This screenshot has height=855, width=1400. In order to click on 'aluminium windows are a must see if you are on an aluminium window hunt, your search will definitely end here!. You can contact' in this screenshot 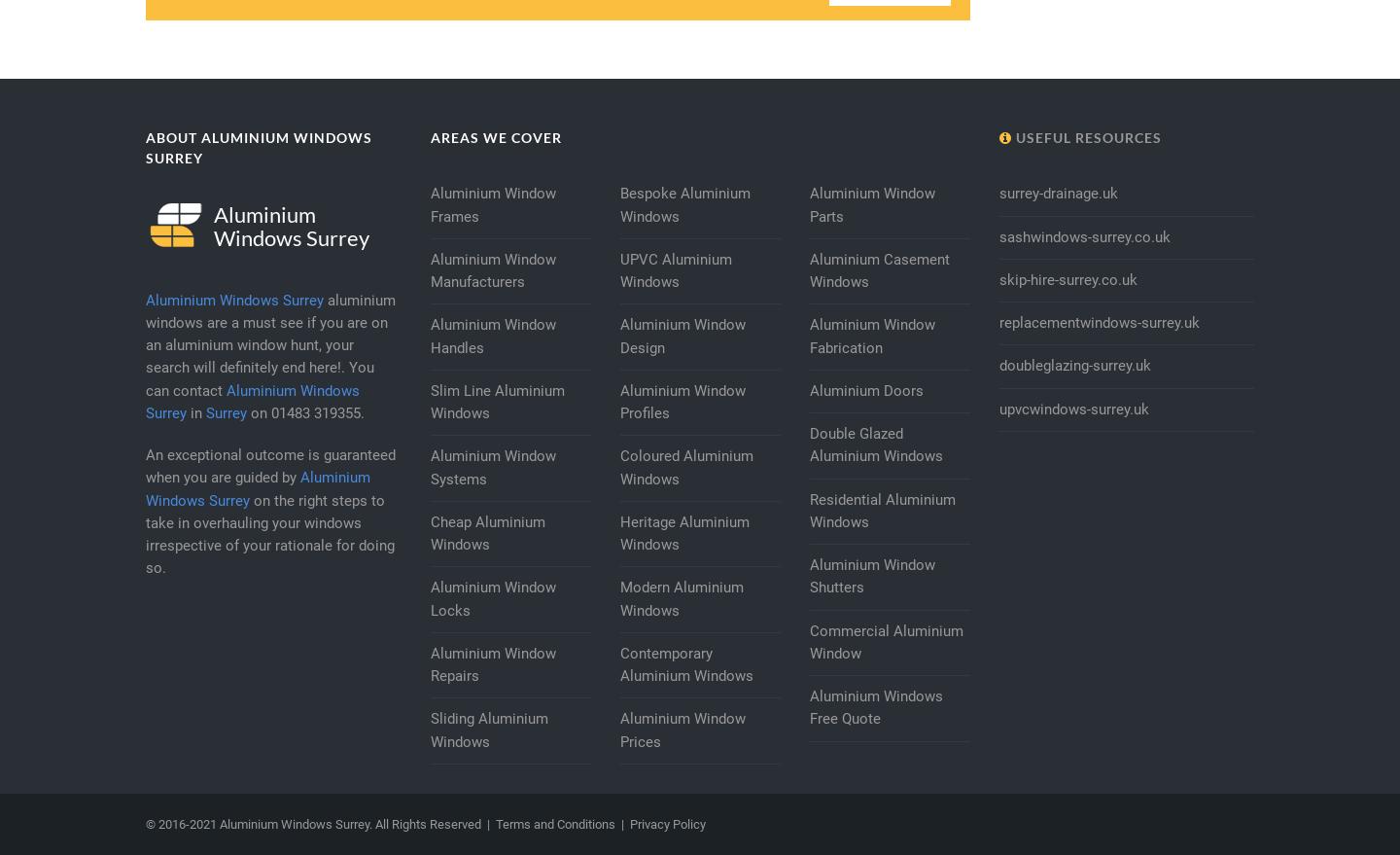, I will do `click(269, 343)`.